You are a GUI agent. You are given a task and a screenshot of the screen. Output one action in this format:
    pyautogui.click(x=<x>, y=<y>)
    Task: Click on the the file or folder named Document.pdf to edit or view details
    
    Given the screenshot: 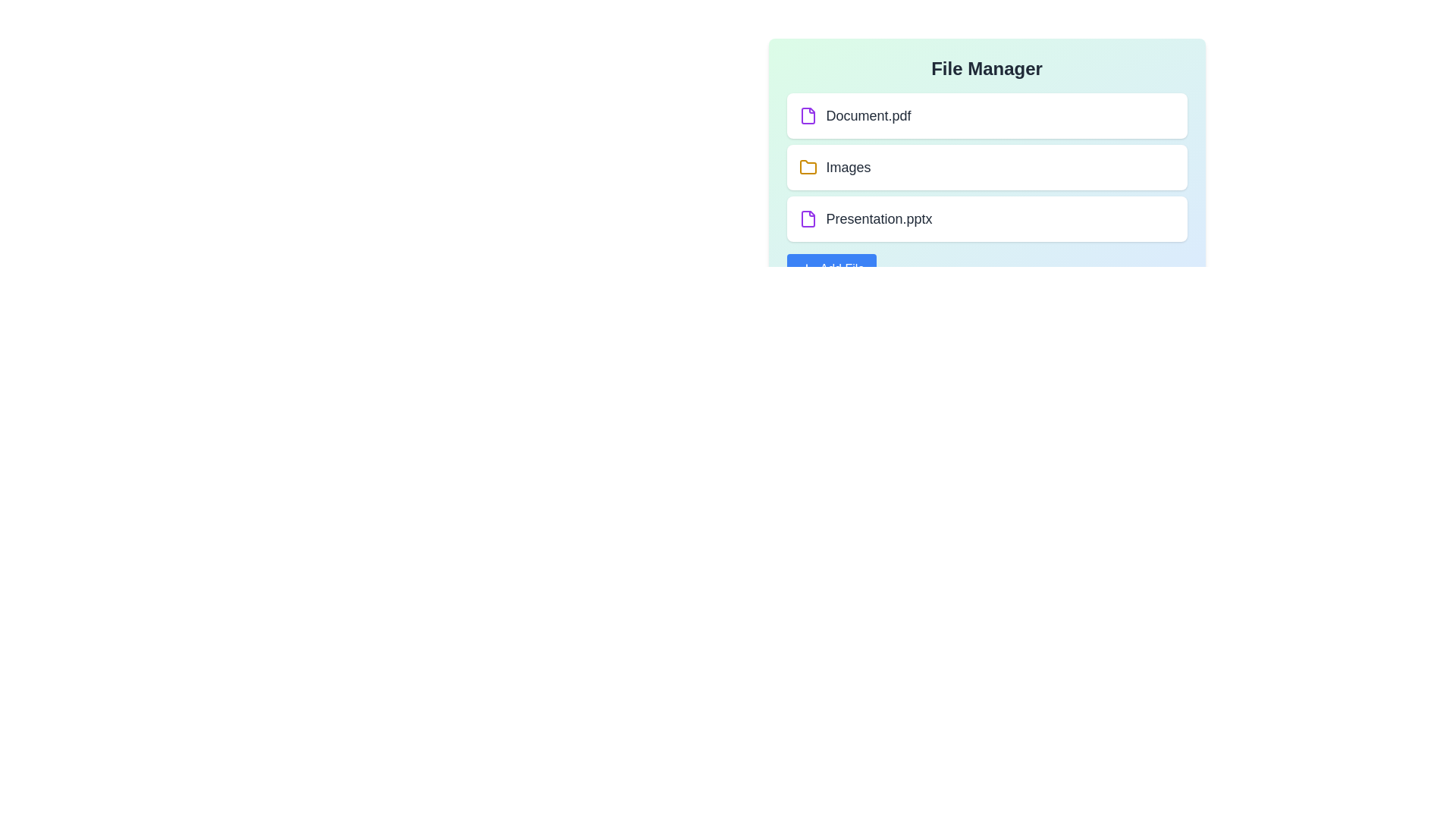 What is the action you would take?
    pyautogui.click(x=987, y=115)
    